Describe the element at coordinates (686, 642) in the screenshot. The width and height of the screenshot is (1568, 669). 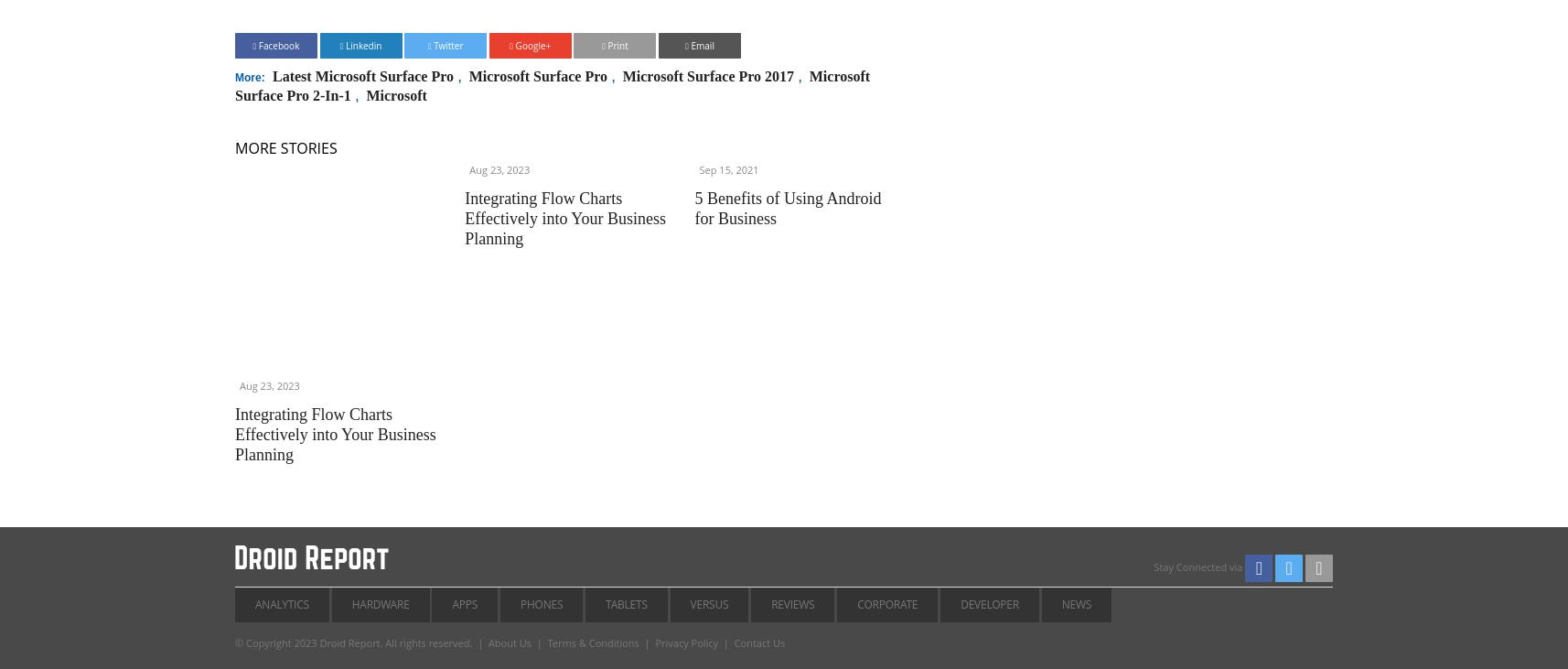
I see `'Privacy Policy'` at that location.